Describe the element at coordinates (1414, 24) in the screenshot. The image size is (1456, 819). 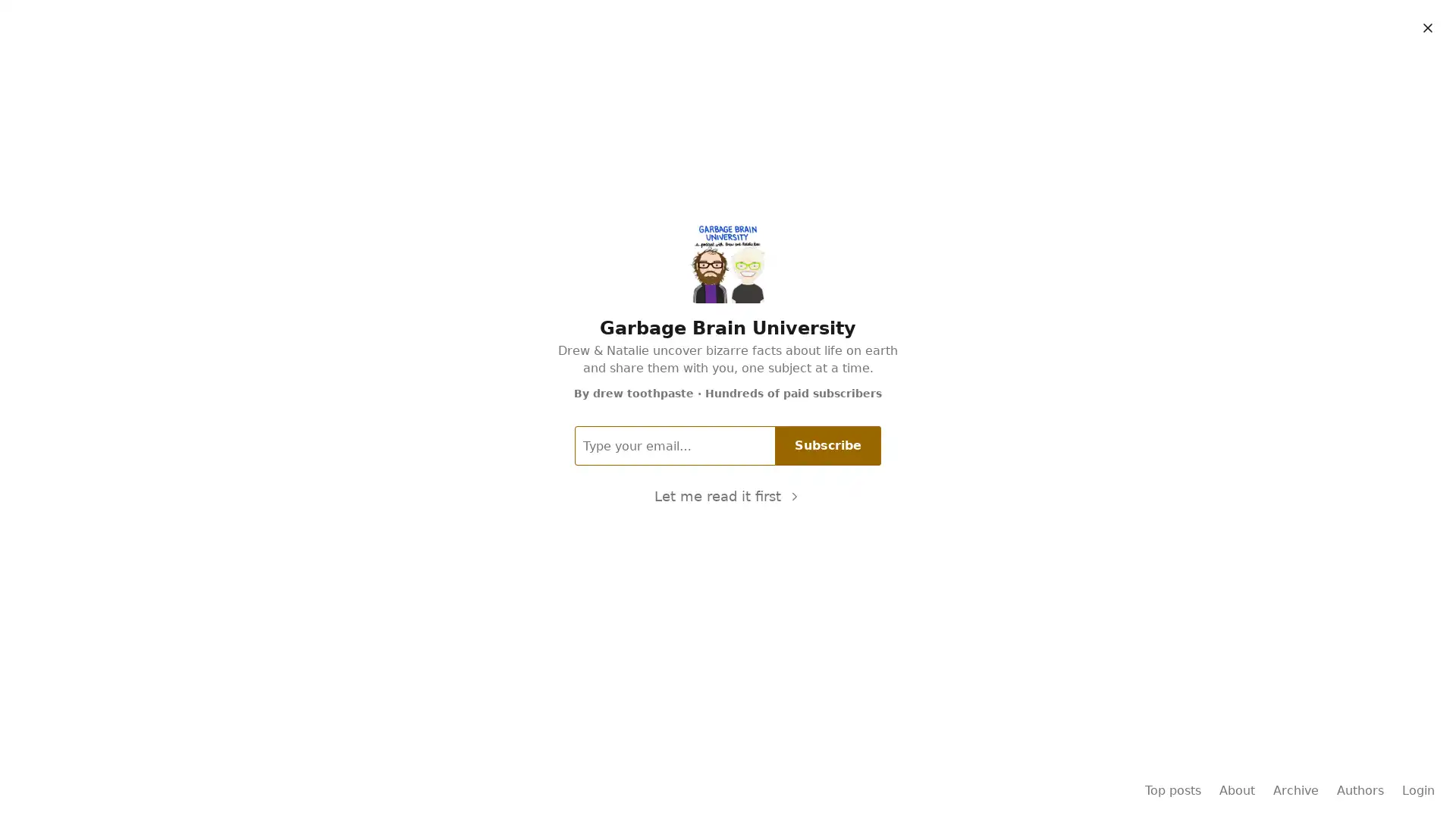
I see `Sign in` at that location.